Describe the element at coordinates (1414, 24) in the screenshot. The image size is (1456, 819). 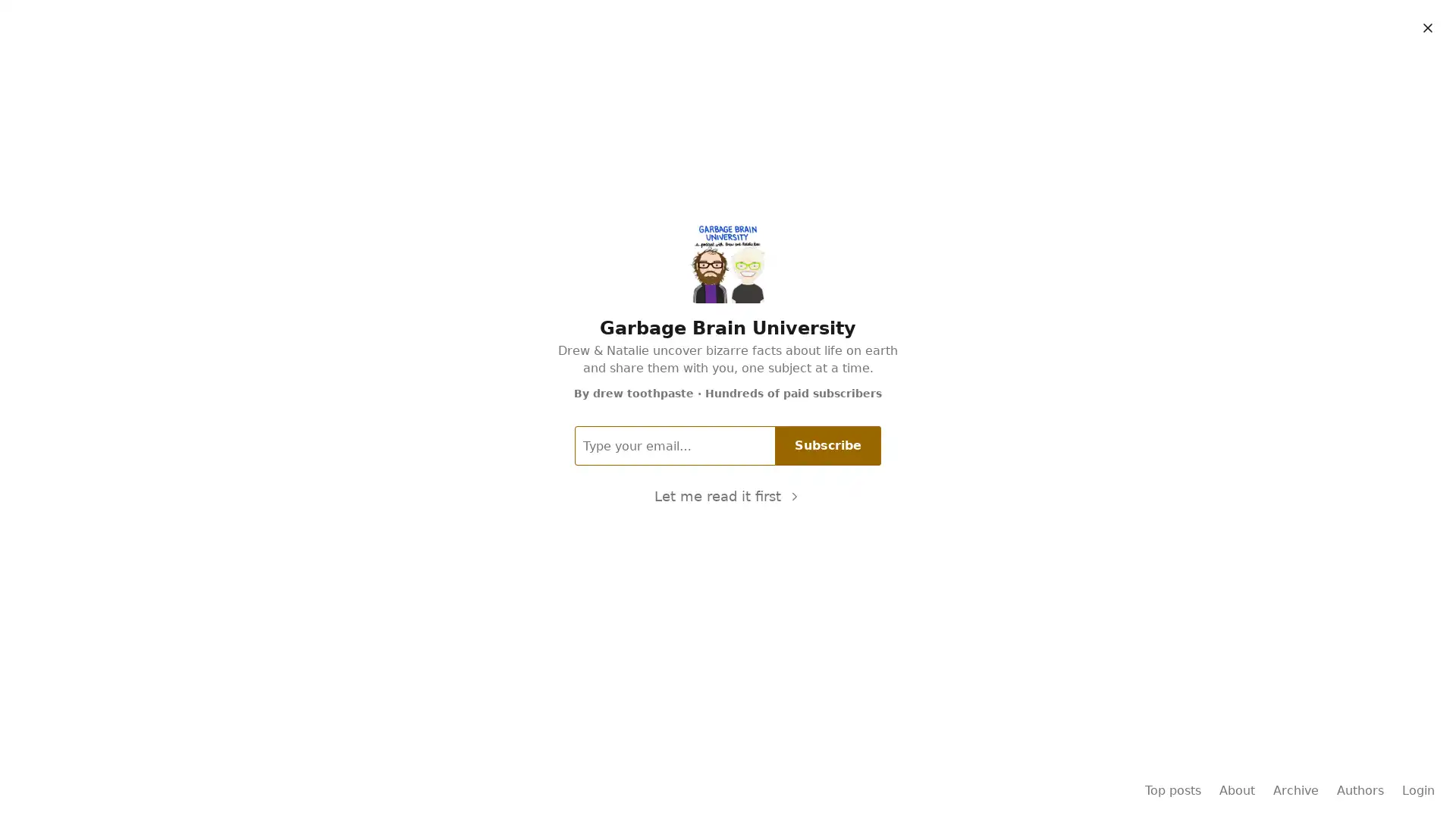
I see `Sign in` at that location.